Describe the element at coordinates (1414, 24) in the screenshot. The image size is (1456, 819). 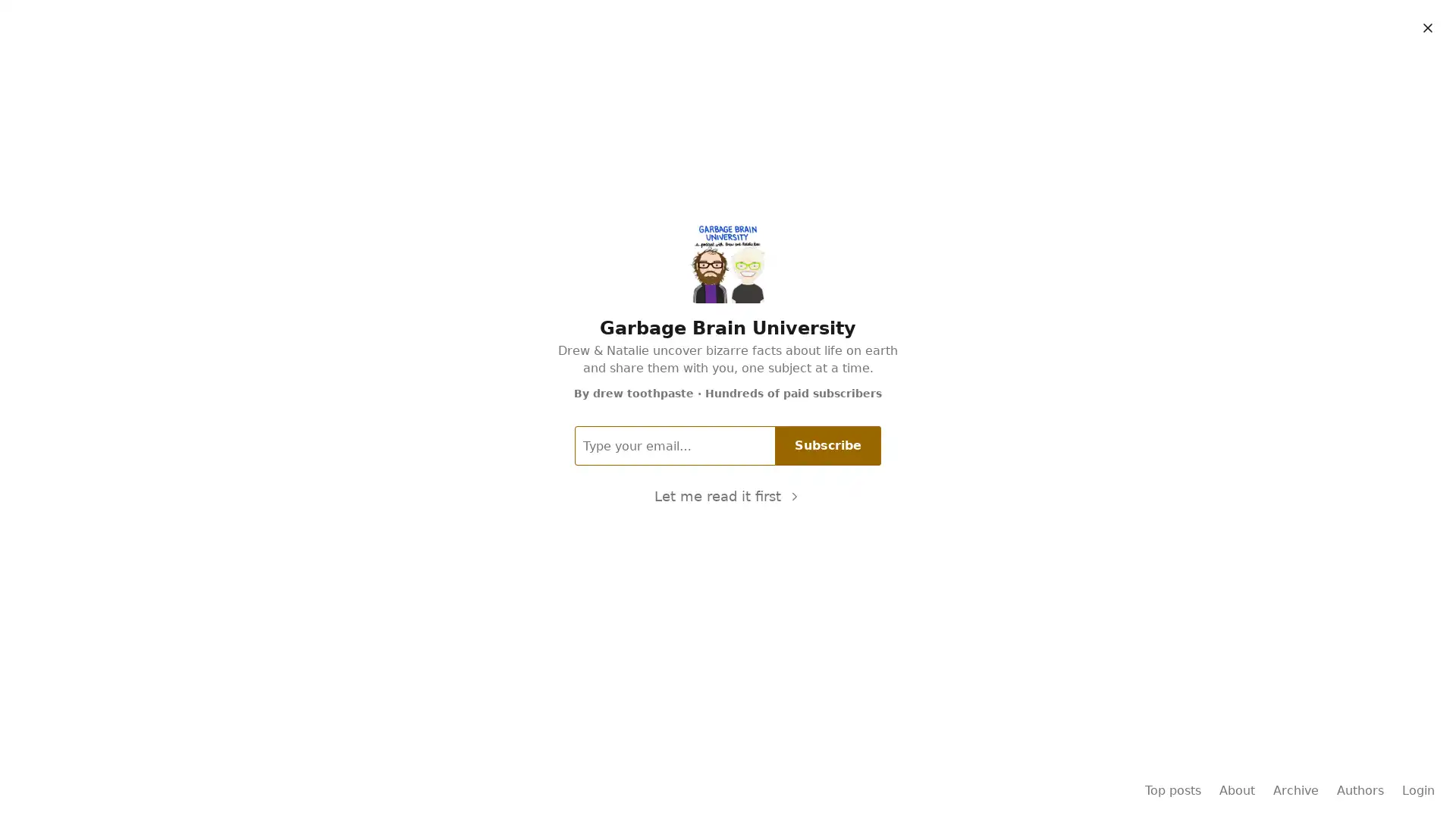
I see `Sign in` at that location.